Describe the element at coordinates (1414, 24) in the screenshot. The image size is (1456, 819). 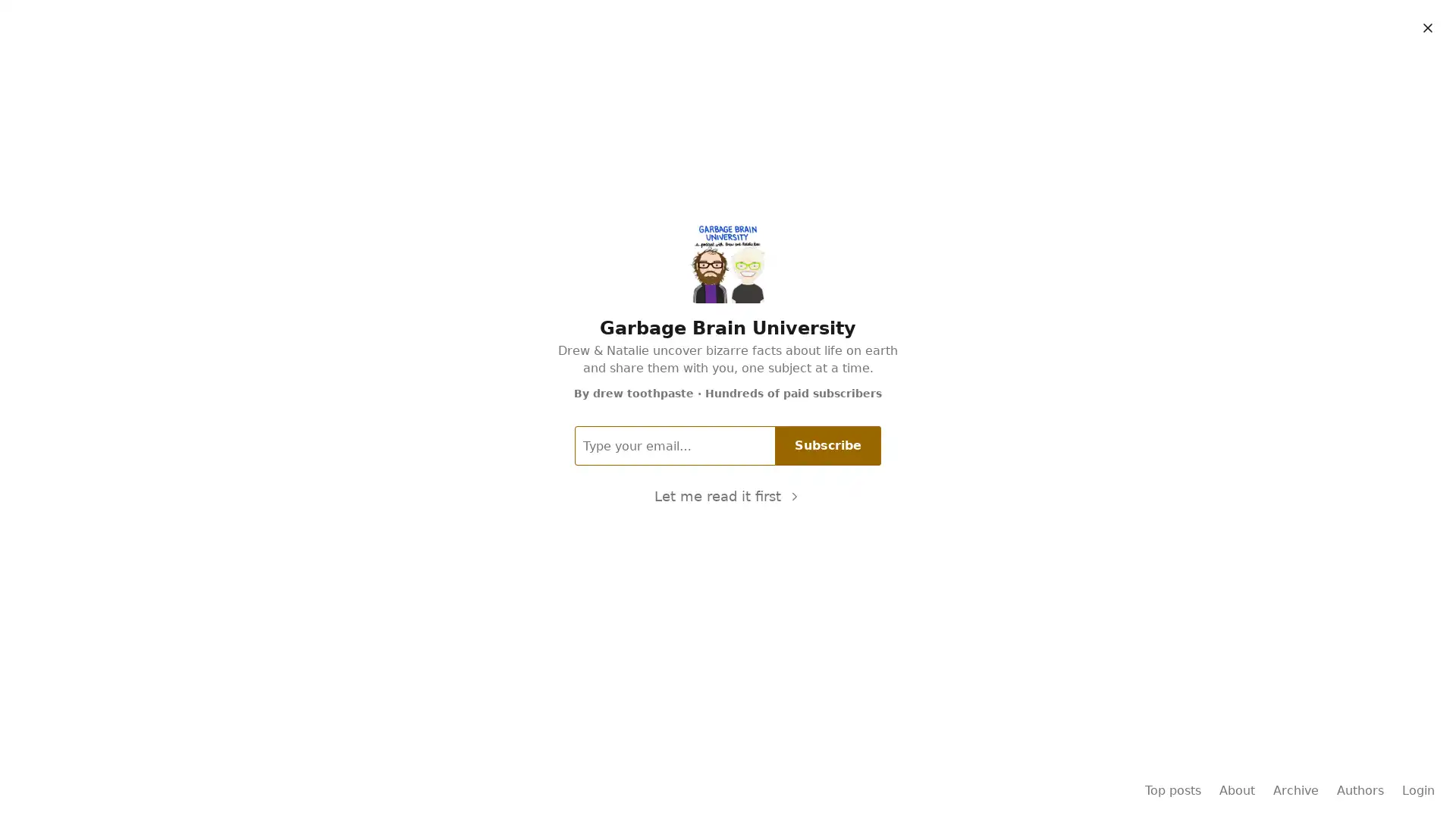
I see `Sign in` at that location.